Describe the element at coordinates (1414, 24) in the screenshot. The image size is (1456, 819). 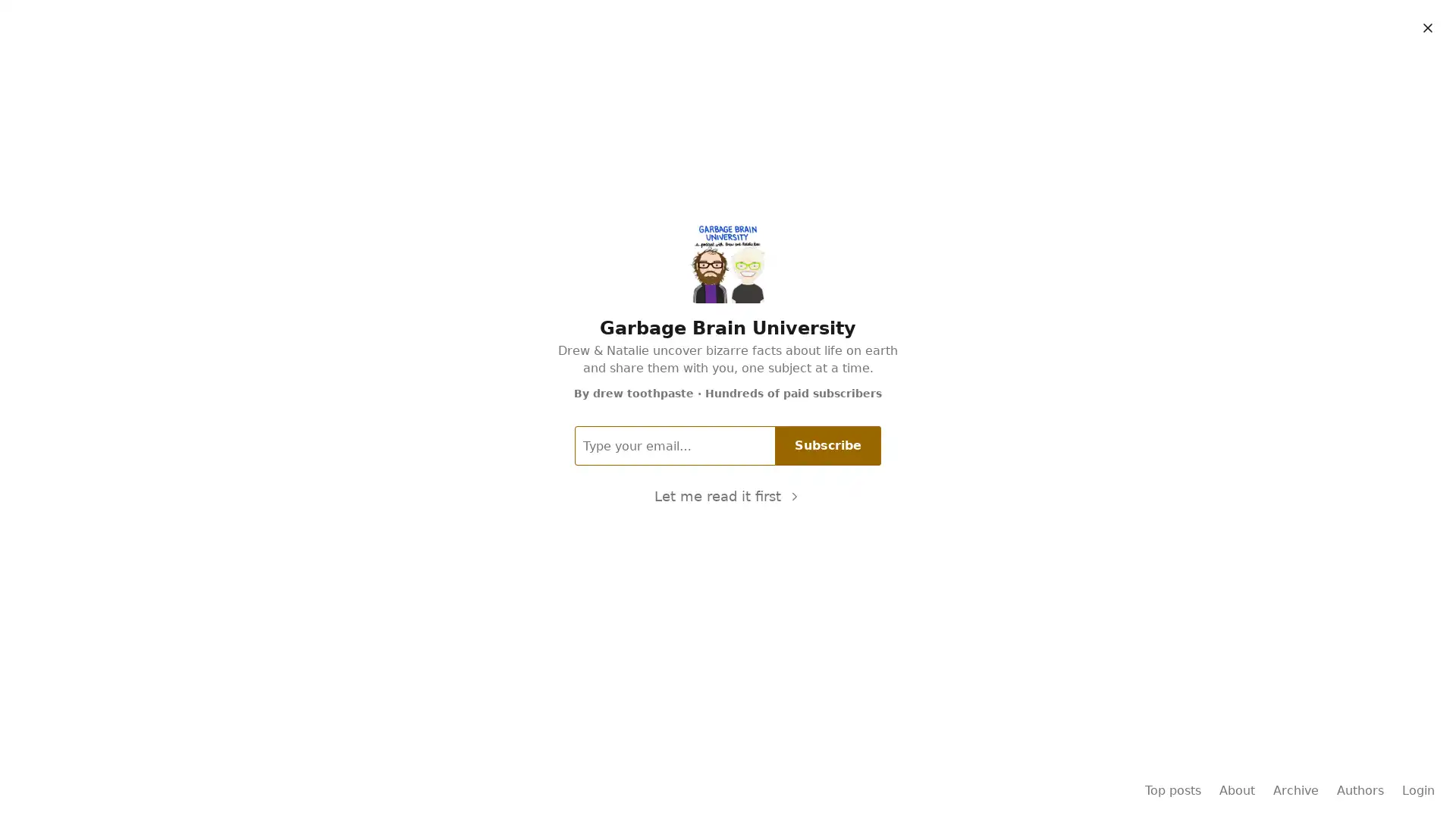
I see `Sign in` at that location.